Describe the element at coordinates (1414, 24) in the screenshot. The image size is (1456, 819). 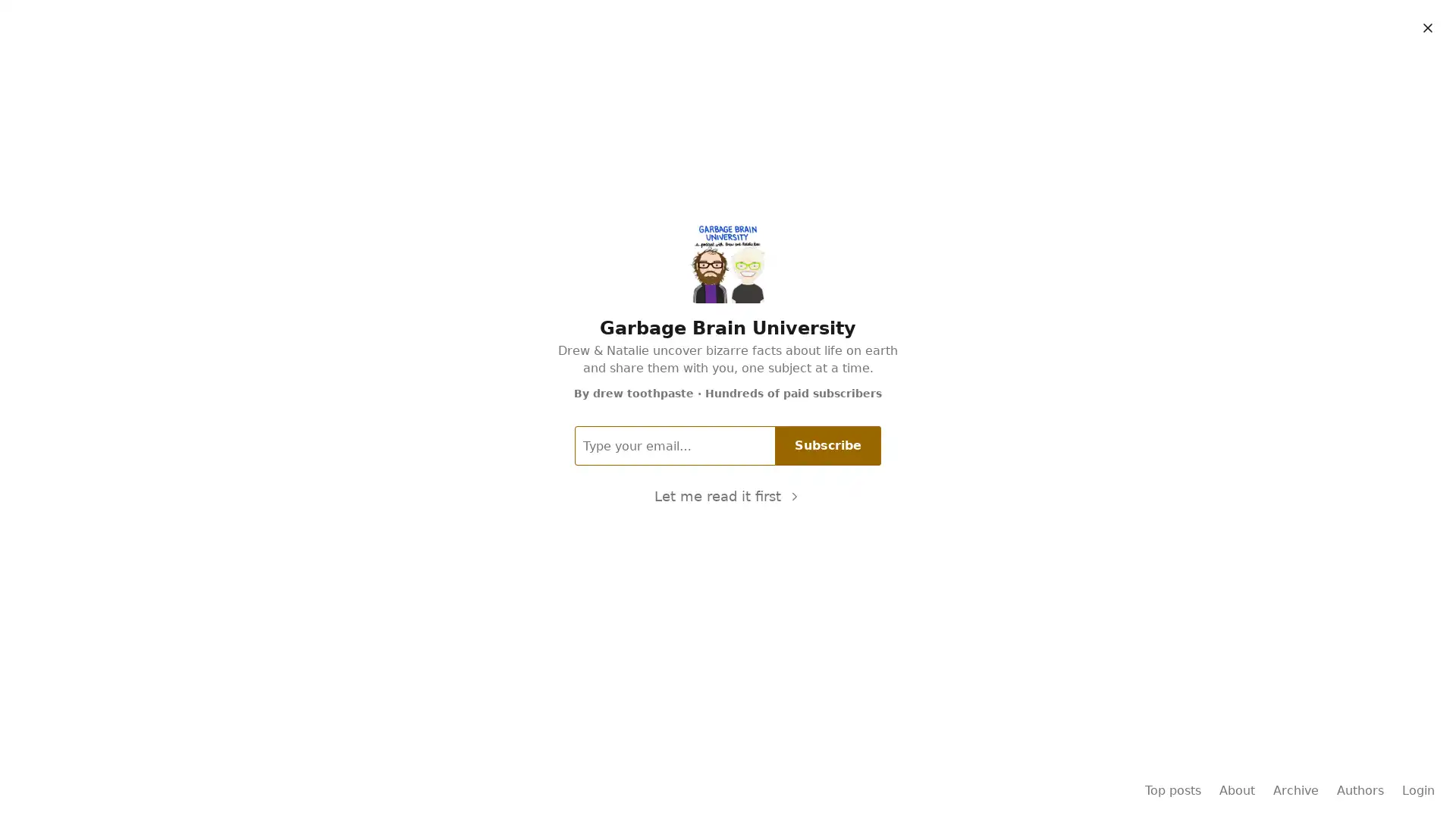
I see `Sign in` at that location.